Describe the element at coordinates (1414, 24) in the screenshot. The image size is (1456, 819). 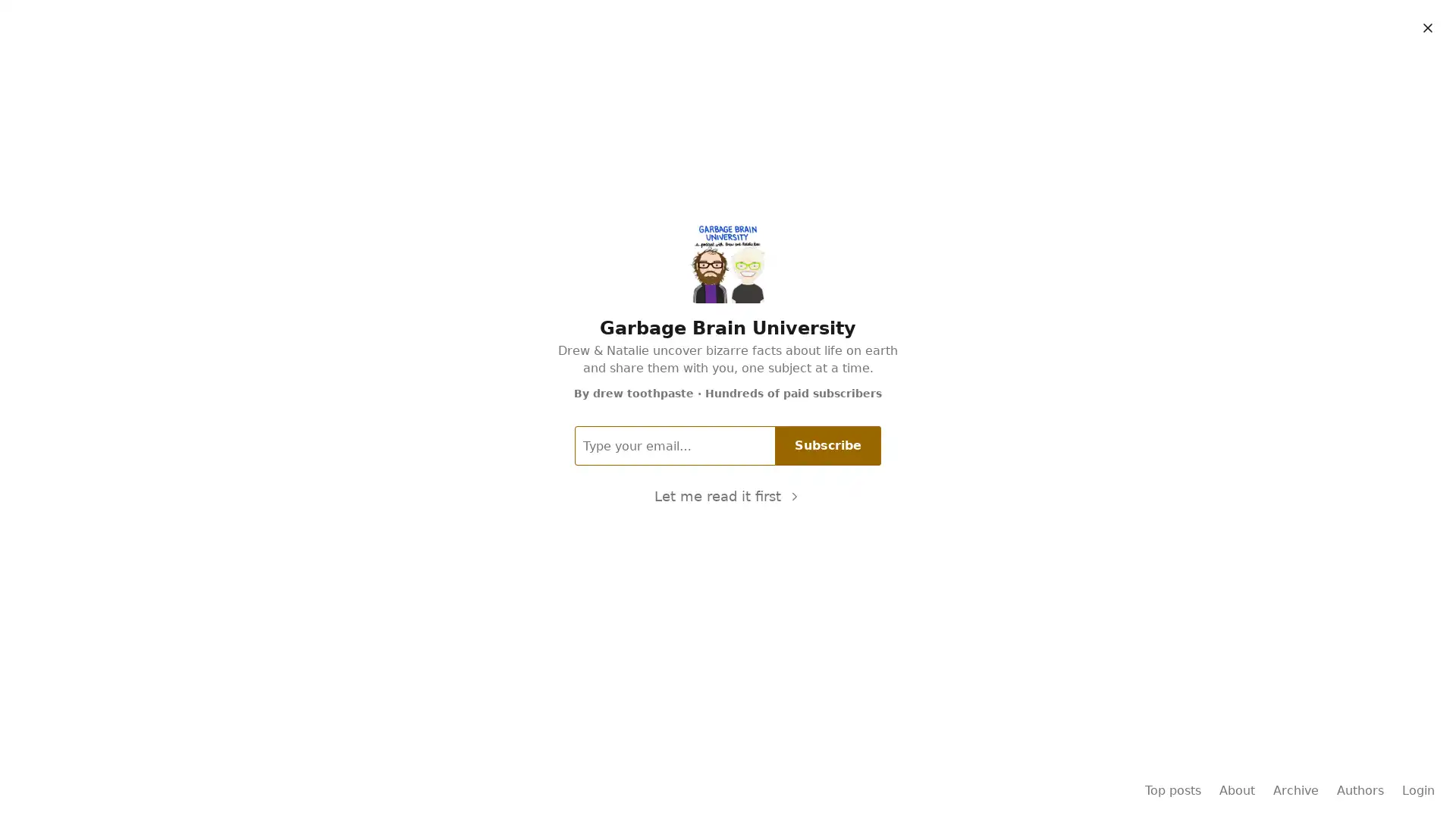
I see `Sign in` at that location.